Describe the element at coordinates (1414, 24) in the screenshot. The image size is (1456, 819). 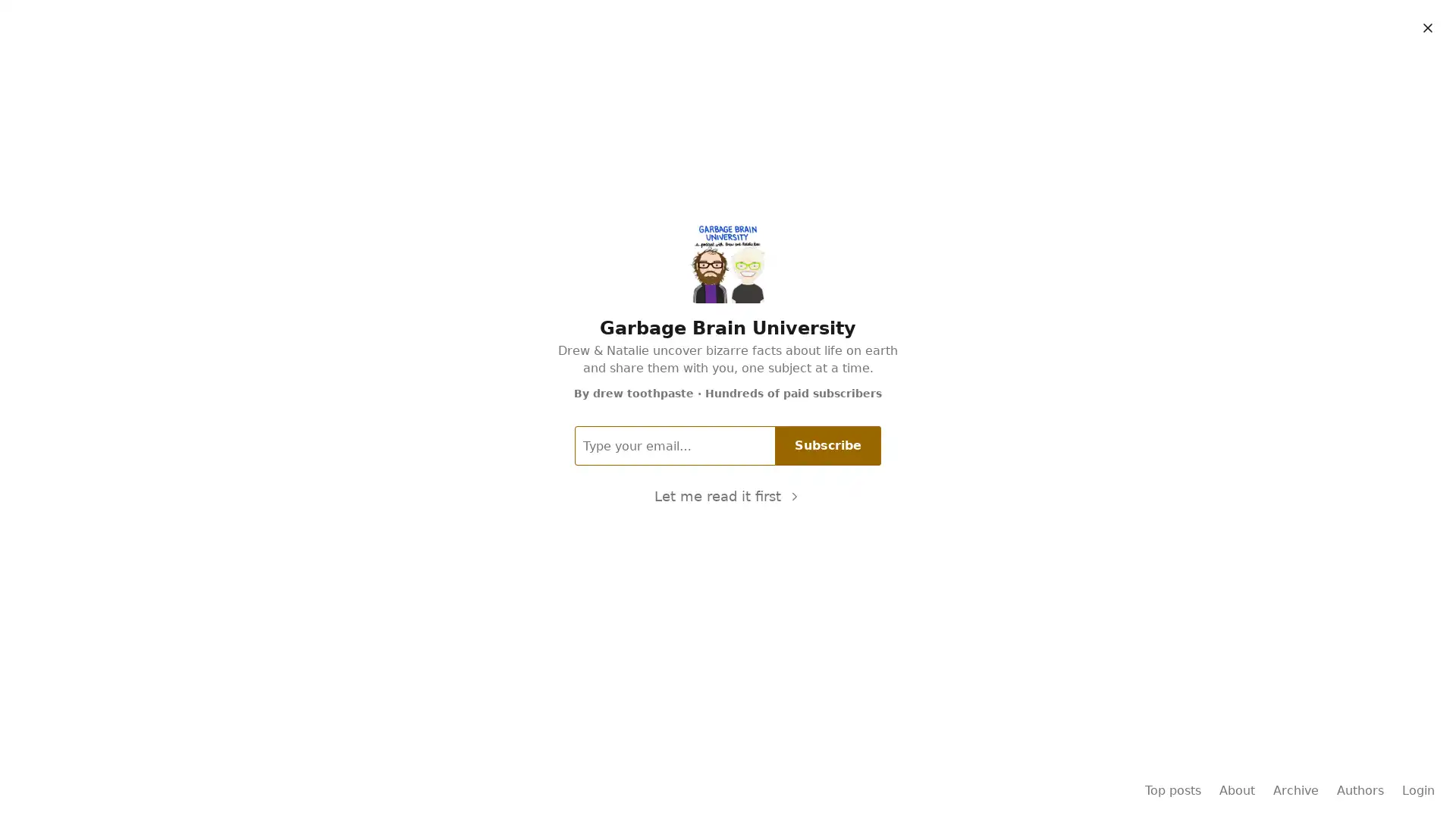
I see `Sign in` at that location.